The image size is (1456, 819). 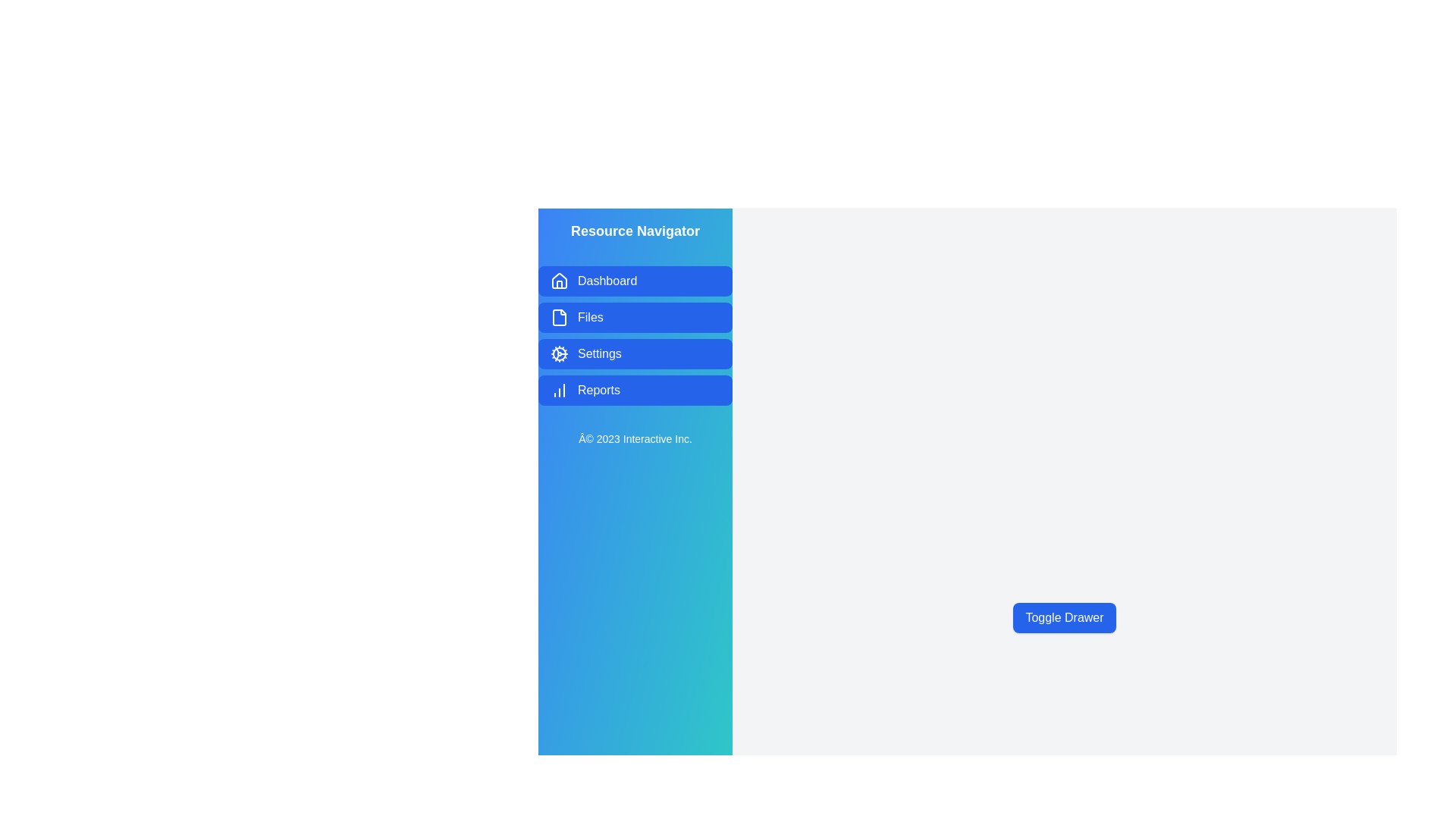 What do you see at coordinates (635, 317) in the screenshot?
I see `the navigation item labeled Files` at bounding box center [635, 317].